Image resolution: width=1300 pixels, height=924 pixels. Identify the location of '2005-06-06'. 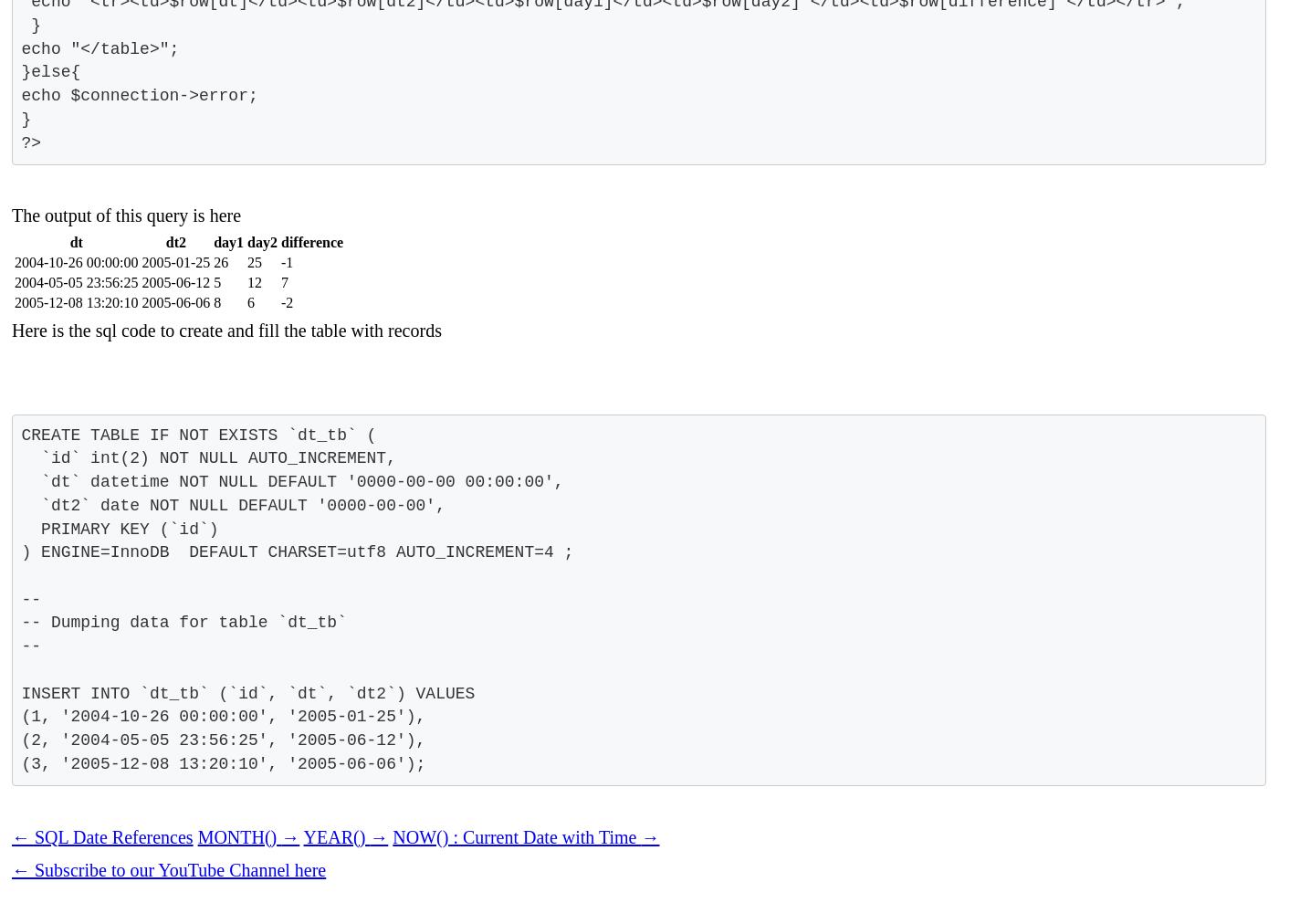
(174, 301).